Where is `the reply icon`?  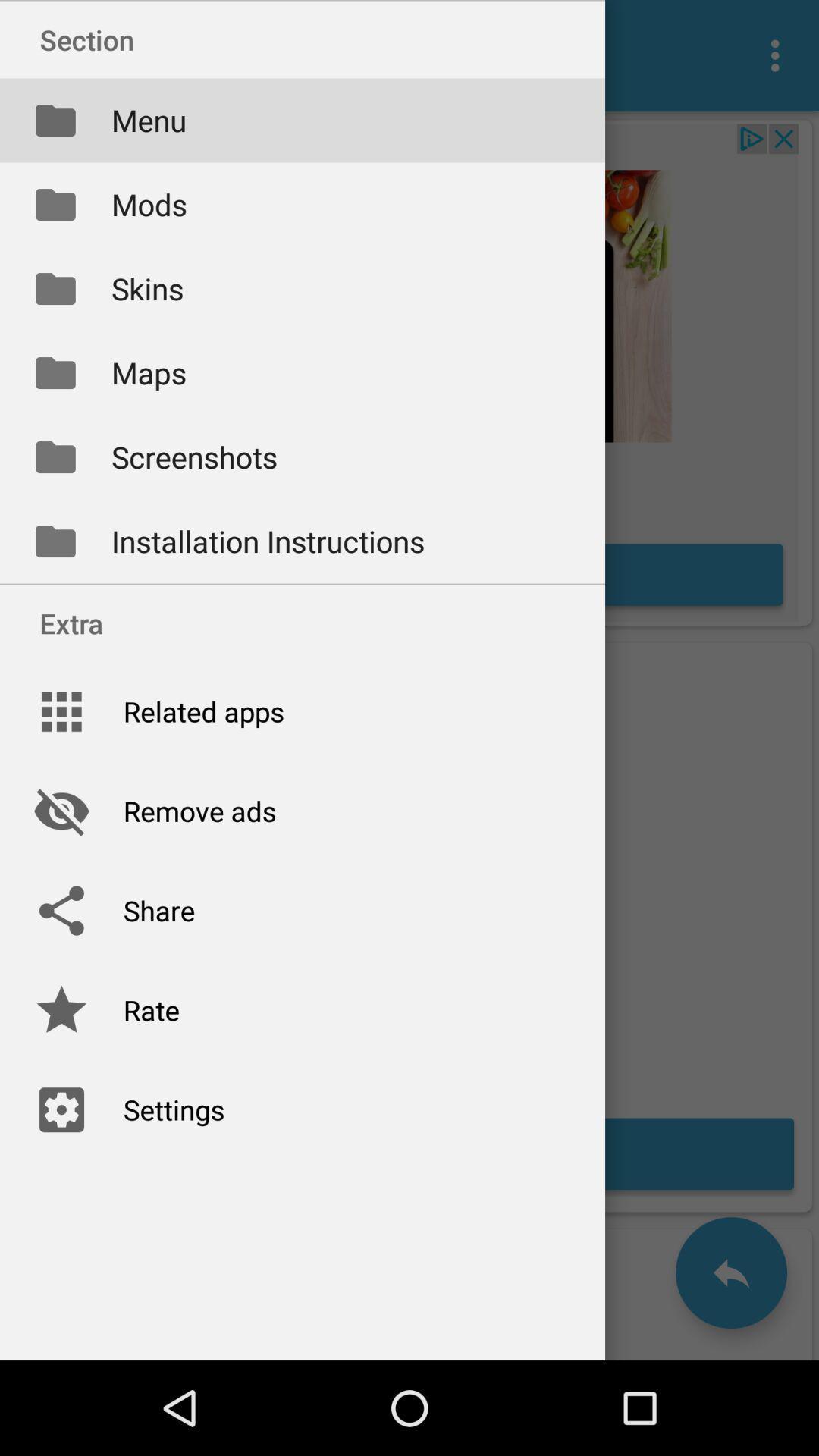 the reply icon is located at coordinates (730, 1272).